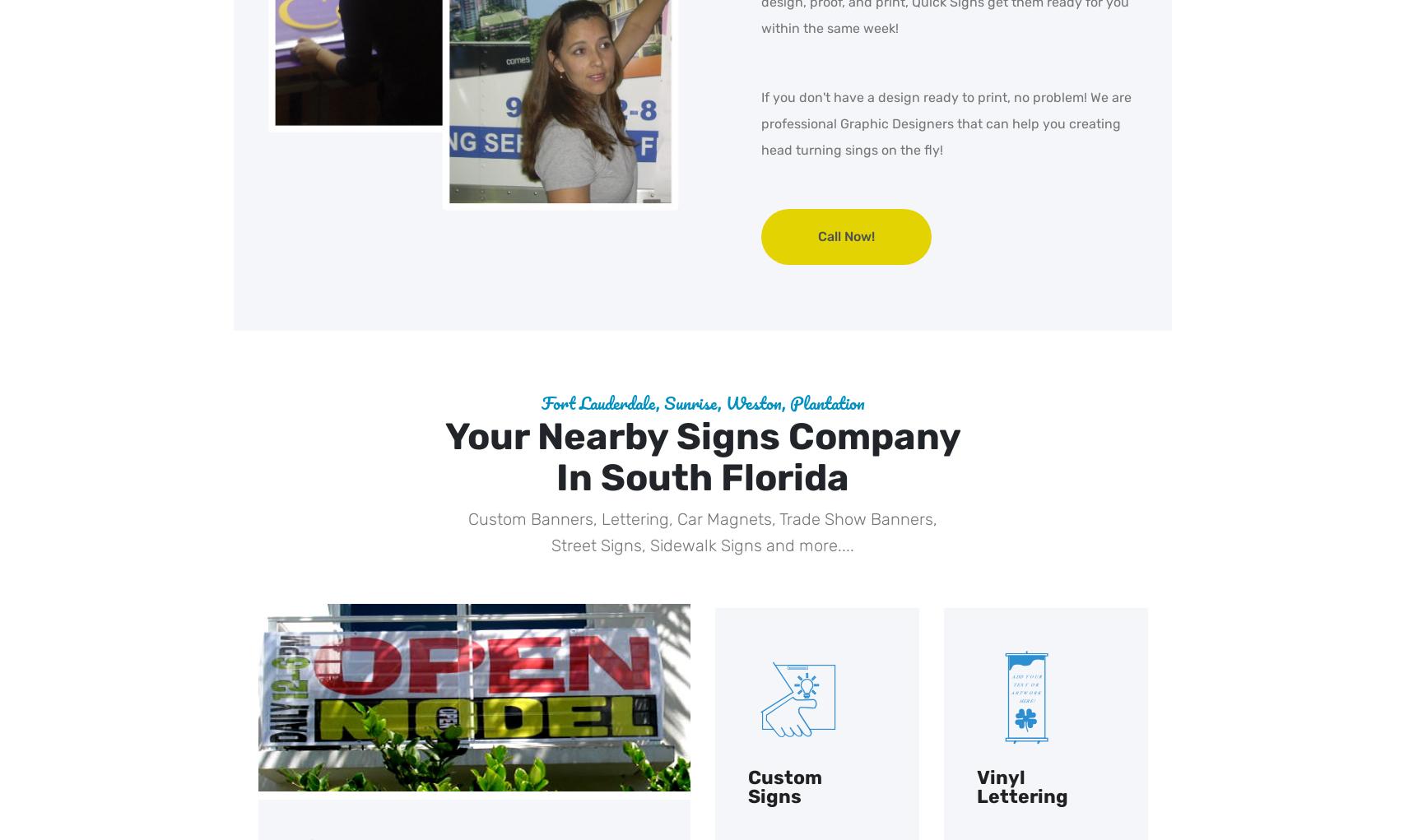 The image size is (1418, 840). What do you see at coordinates (747, 796) in the screenshot?
I see `'Signs'` at bounding box center [747, 796].